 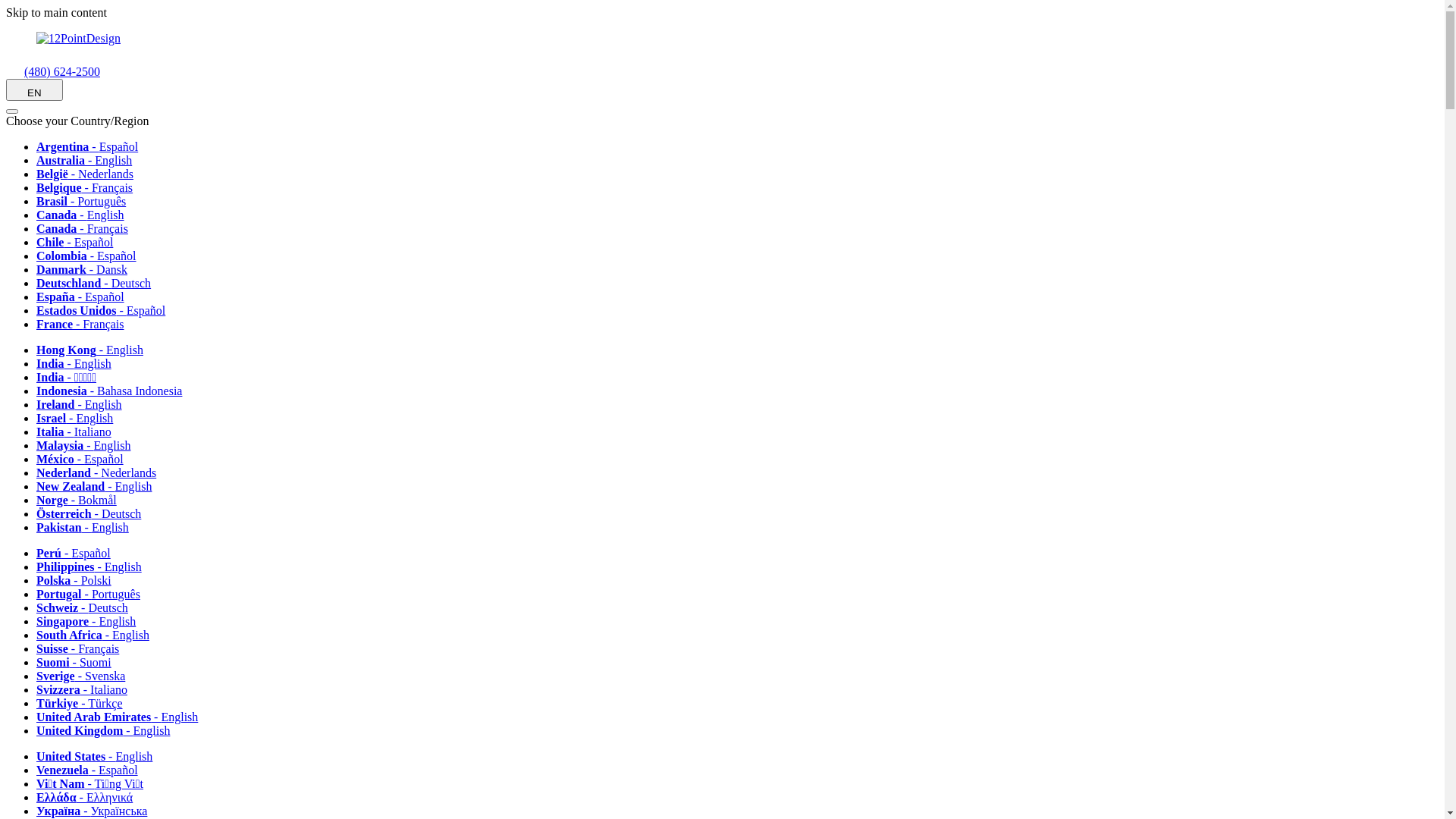 What do you see at coordinates (108, 730) in the screenshot?
I see `'United Kingdom - English'` at bounding box center [108, 730].